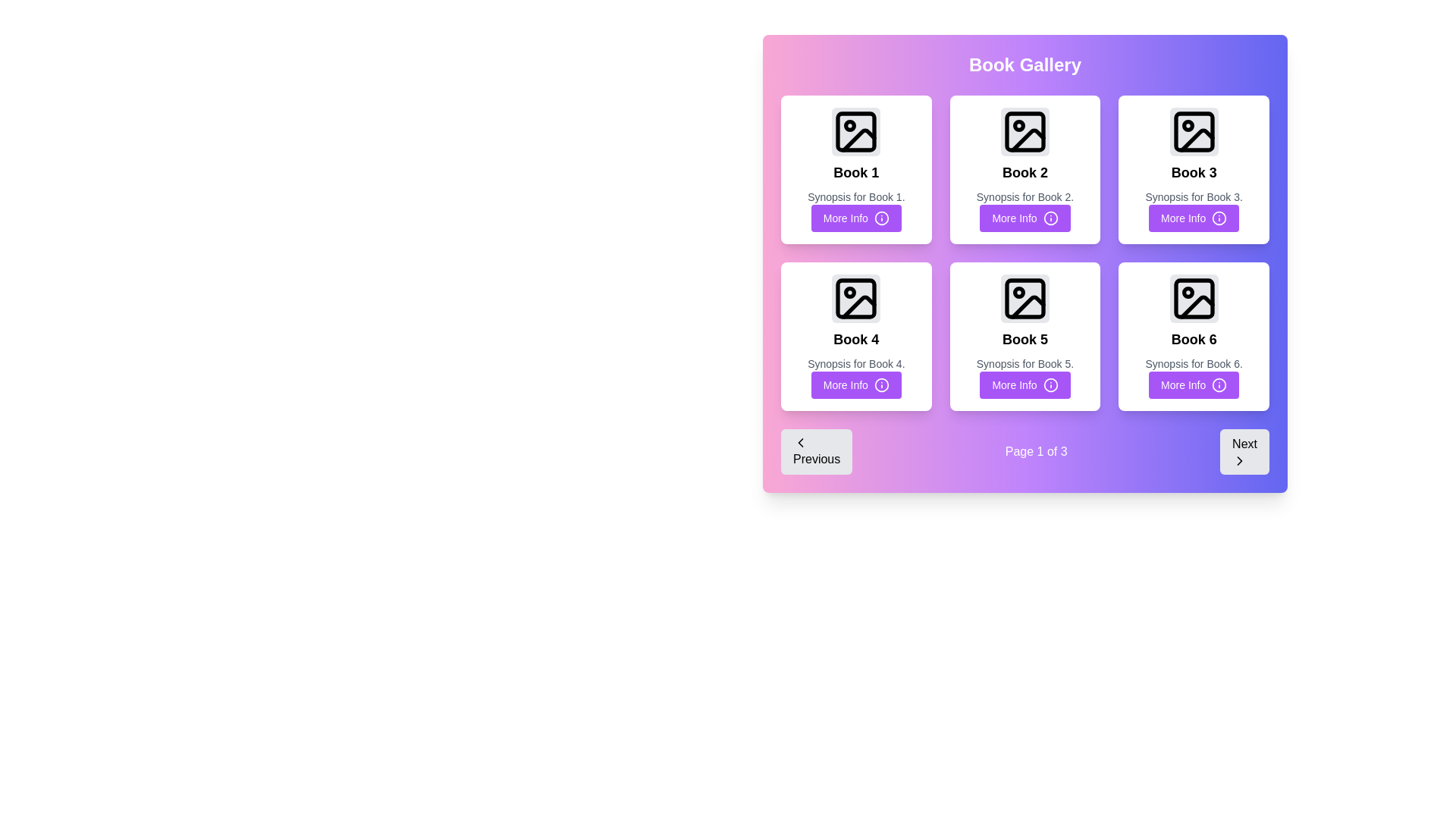 This screenshot has height=819, width=1456. What do you see at coordinates (1050, 218) in the screenshot?
I see `the 'More Info' button represented by a circular icon with an information symbol ('i') inside it, located at the center of the second column of the grid of books, below the 'Book 2' section` at bounding box center [1050, 218].